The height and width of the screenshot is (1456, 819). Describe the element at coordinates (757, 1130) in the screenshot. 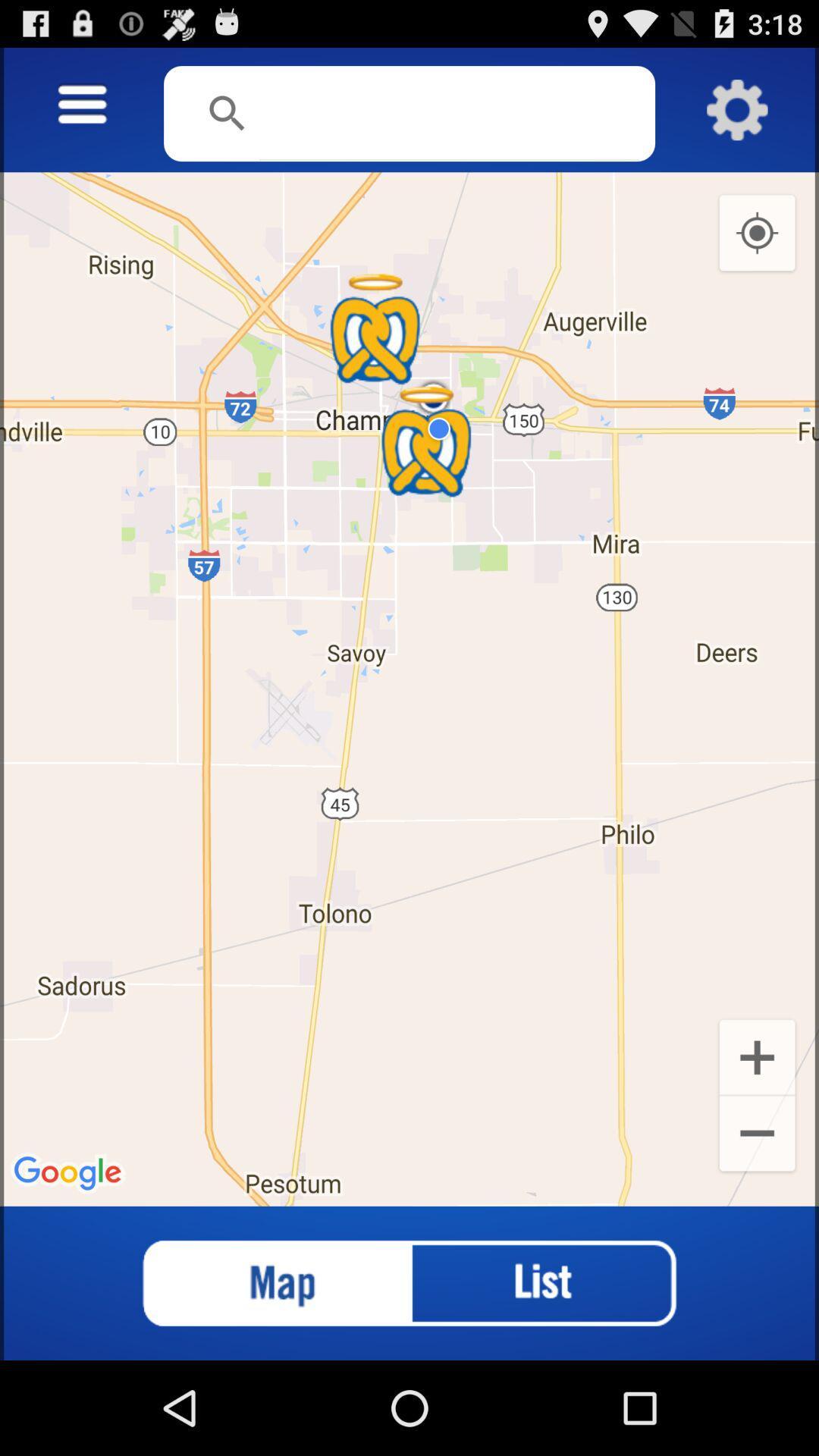

I see `the add icon` at that location.